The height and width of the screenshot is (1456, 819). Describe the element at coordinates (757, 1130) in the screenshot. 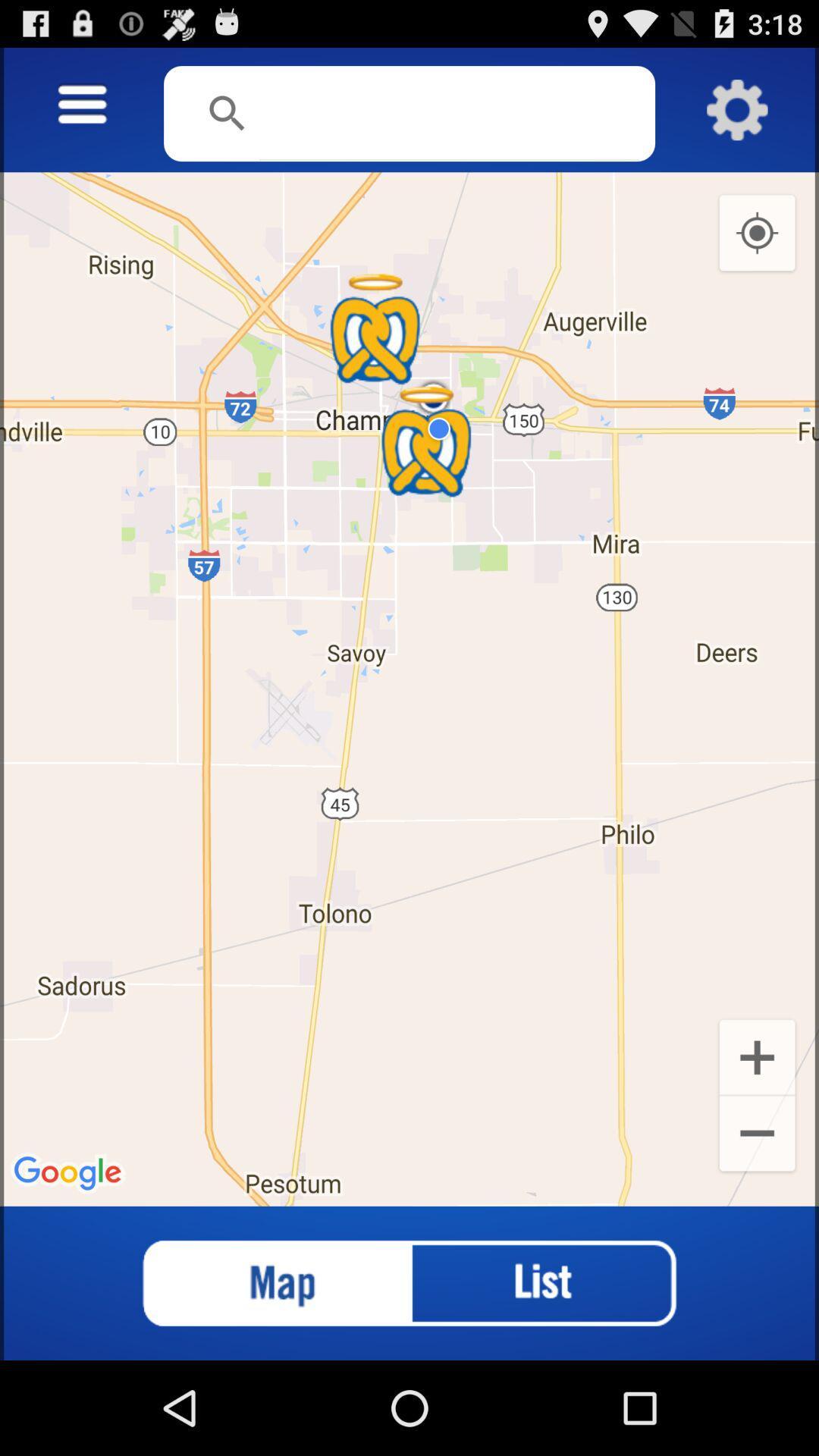

I see `the add icon` at that location.